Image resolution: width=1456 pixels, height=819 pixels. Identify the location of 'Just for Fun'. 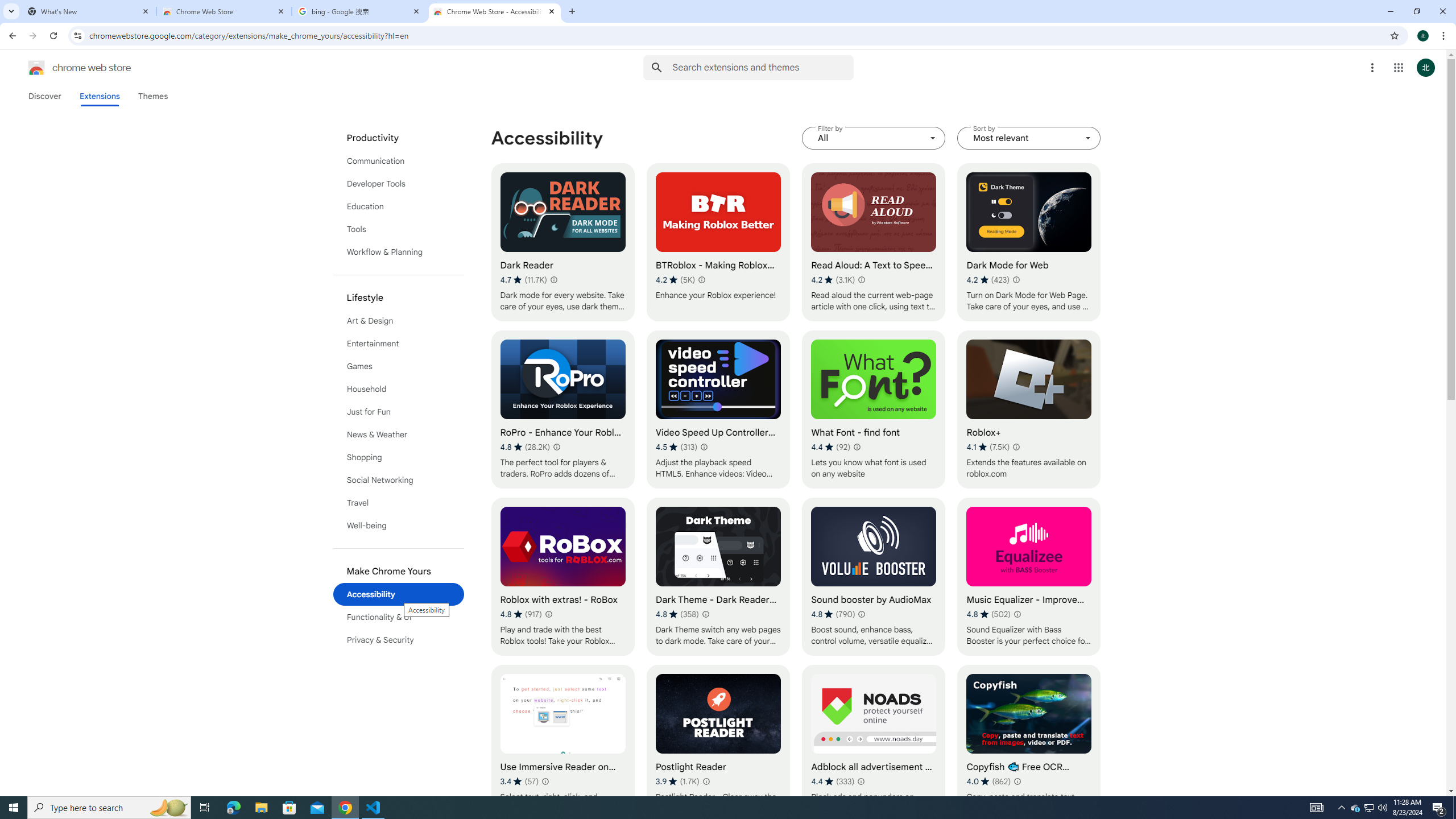
(399, 411).